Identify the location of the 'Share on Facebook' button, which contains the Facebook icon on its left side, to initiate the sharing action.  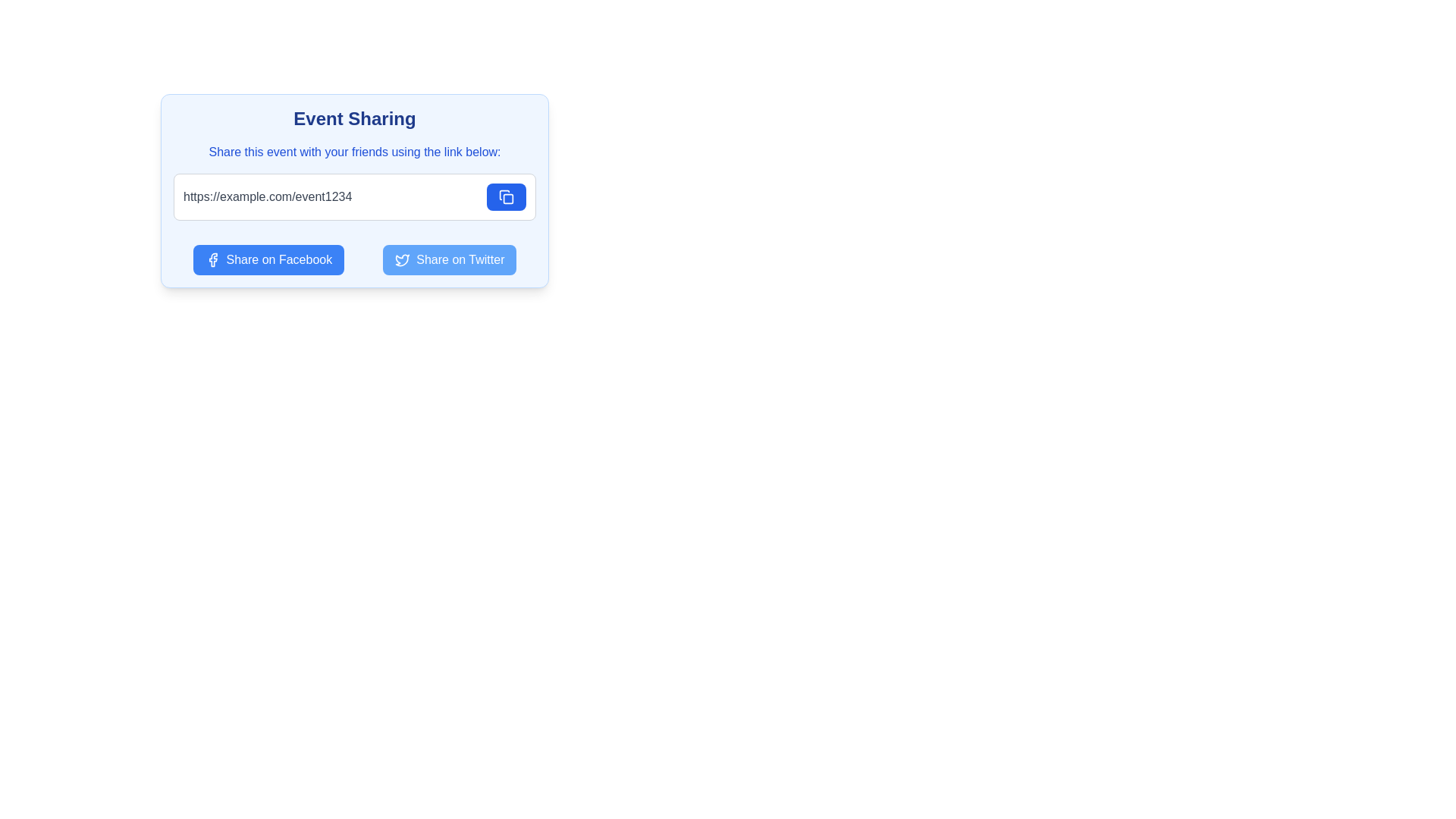
(212, 259).